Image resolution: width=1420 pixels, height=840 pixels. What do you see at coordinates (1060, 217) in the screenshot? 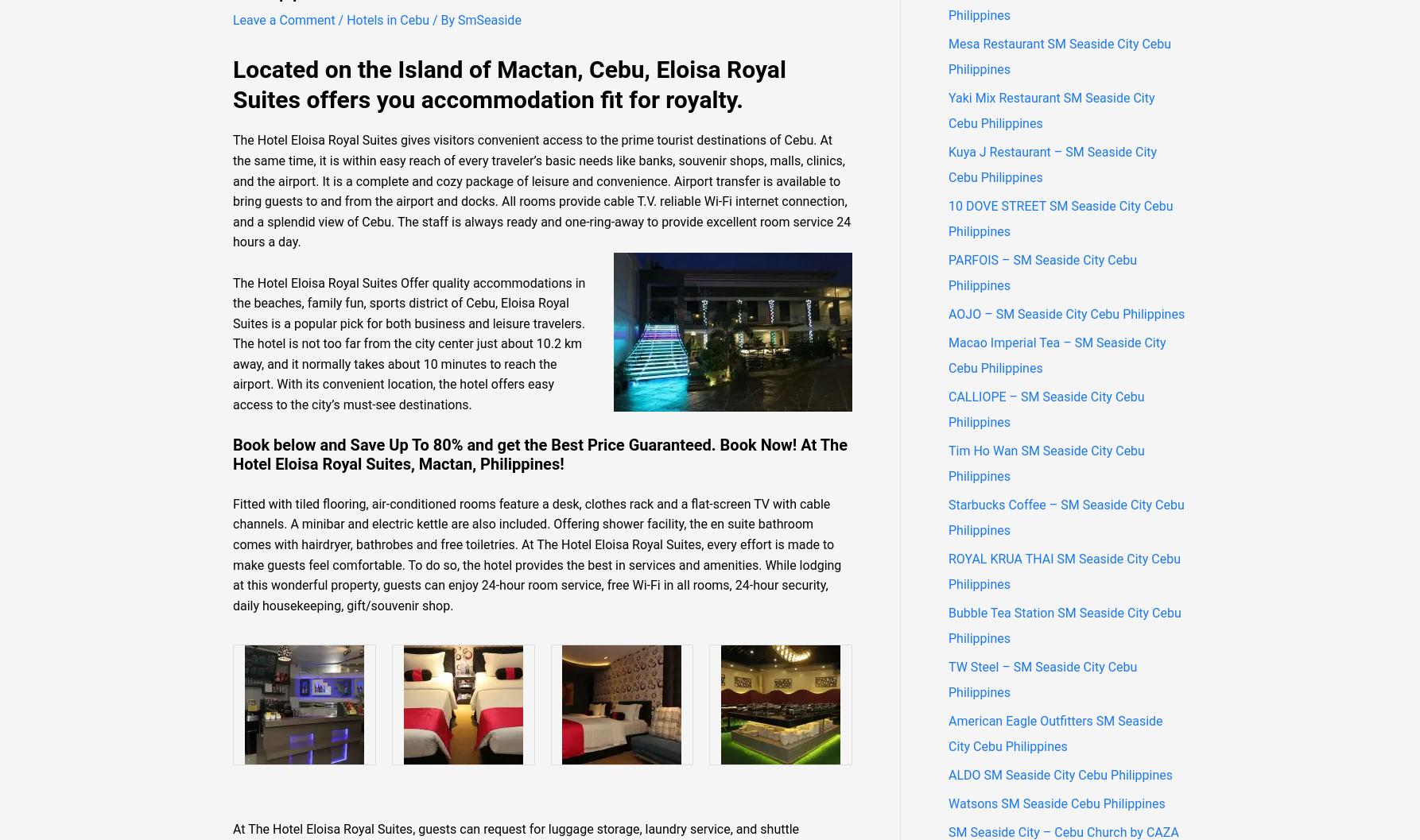
I see `'10 DOVE STREET SM Seaside City Cebu Philippines'` at bounding box center [1060, 217].